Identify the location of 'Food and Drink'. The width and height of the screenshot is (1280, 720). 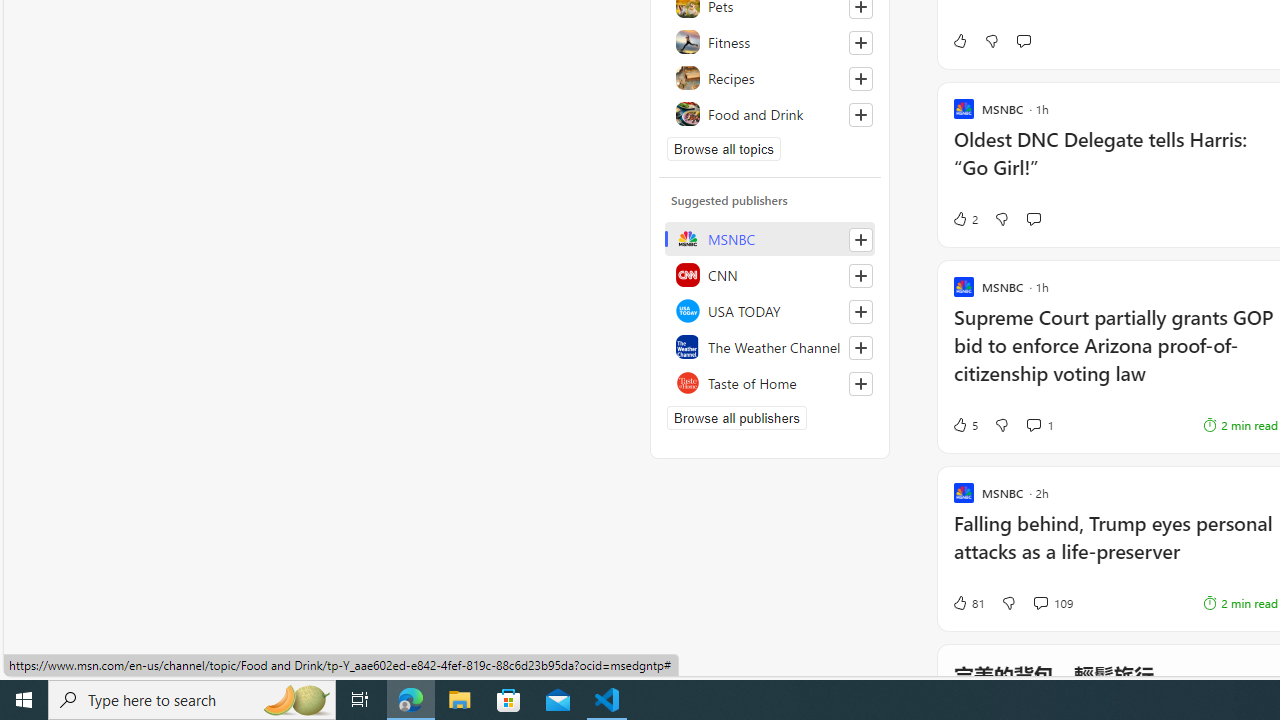
(769, 114).